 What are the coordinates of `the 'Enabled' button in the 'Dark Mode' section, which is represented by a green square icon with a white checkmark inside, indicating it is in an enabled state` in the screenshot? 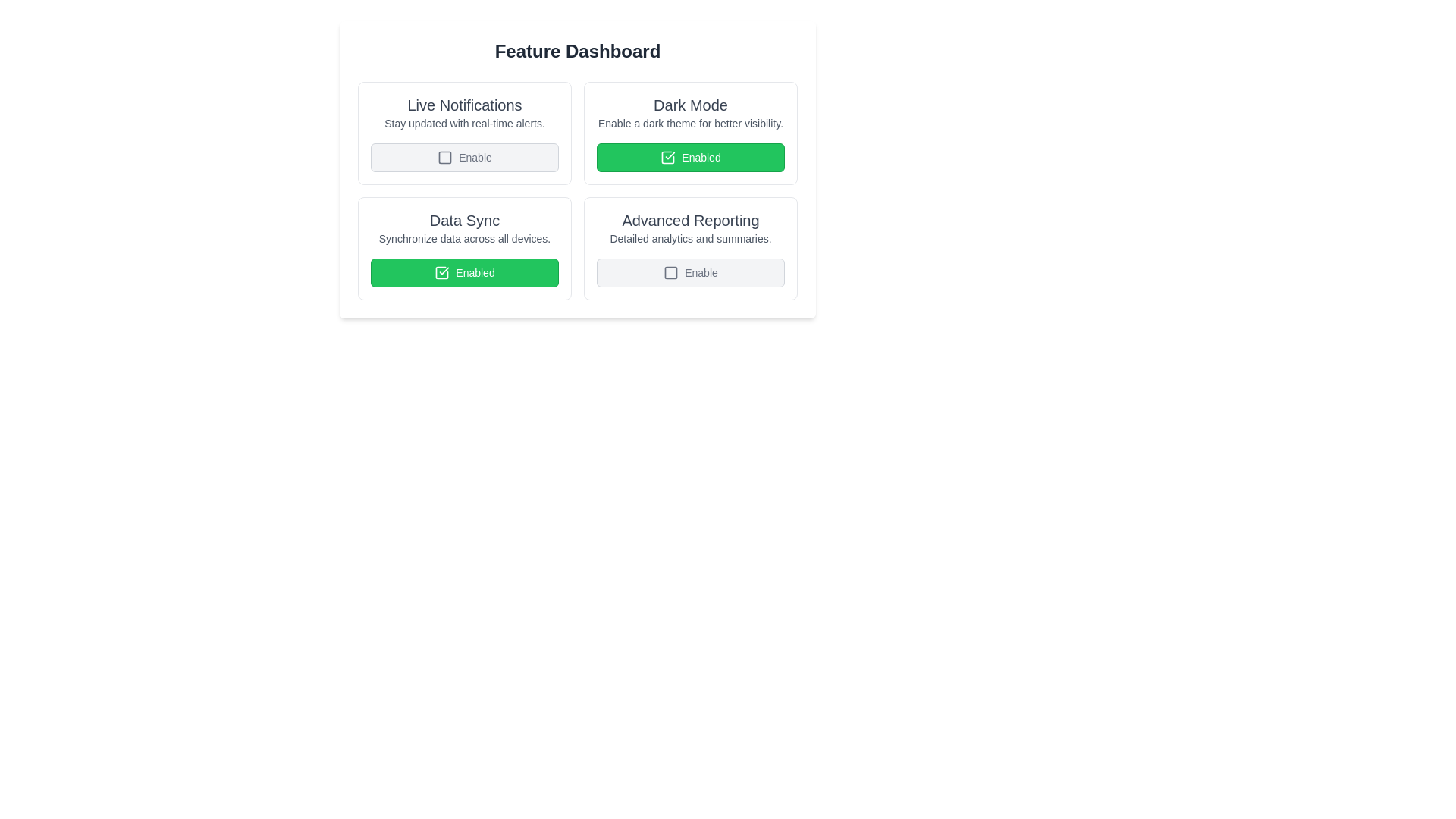 It's located at (667, 158).